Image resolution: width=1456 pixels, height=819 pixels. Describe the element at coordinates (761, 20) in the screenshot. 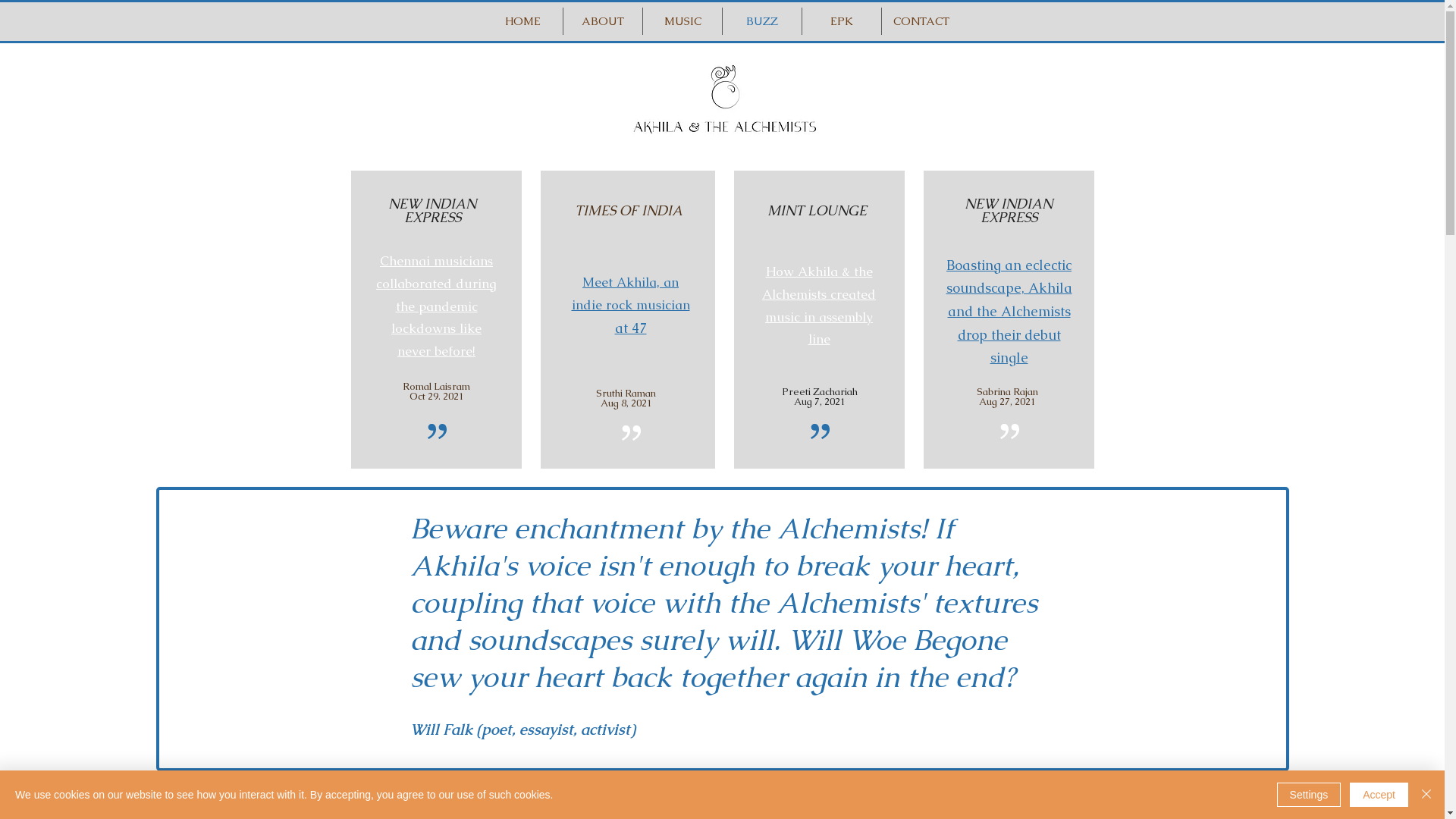

I see `'BUZZ'` at that location.